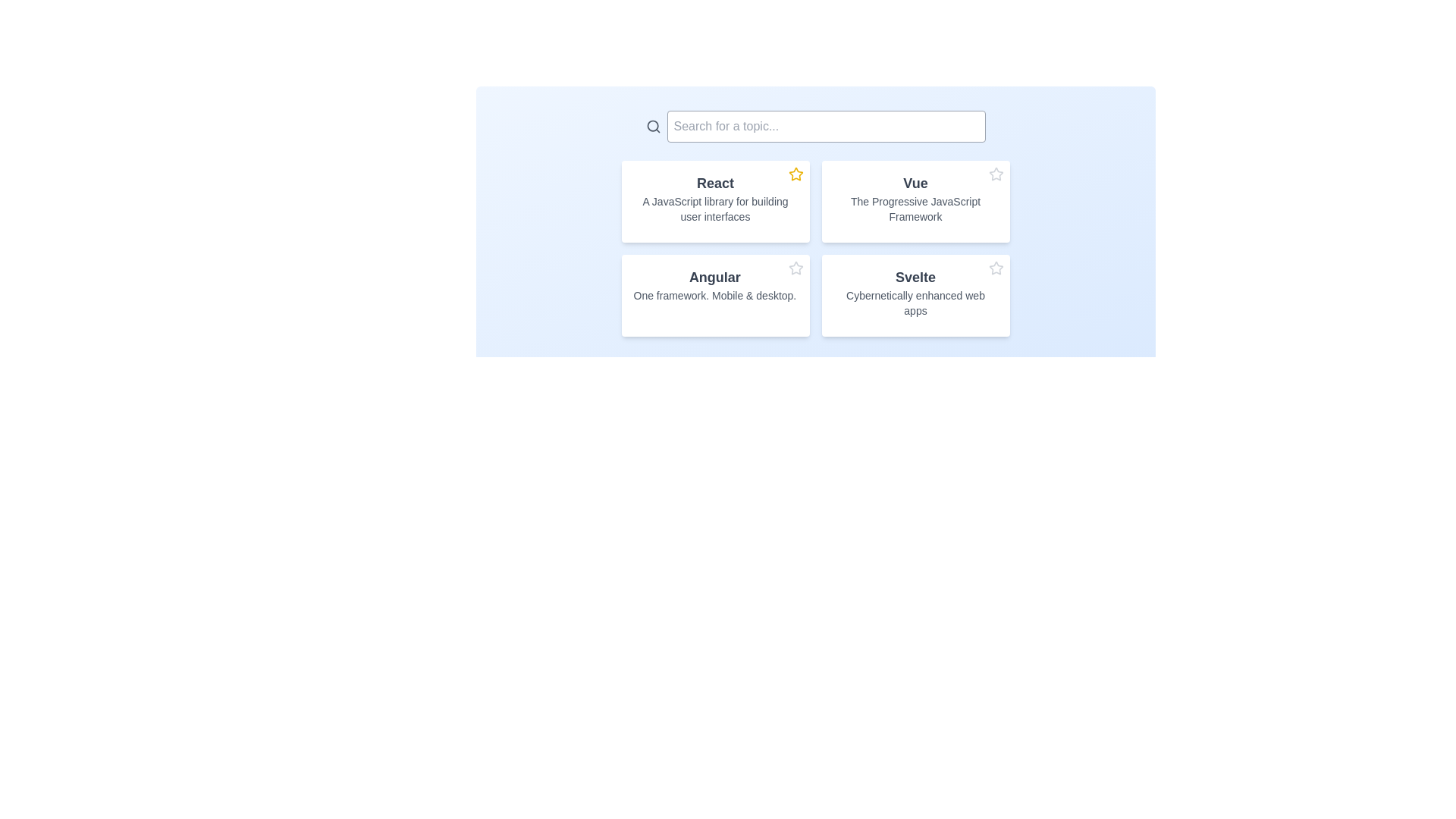 The width and height of the screenshot is (1456, 819). What do you see at coordinates (915, 295) in the screenshot?
I see `the 'Svelte' card text` at bounding box center [915, 295].